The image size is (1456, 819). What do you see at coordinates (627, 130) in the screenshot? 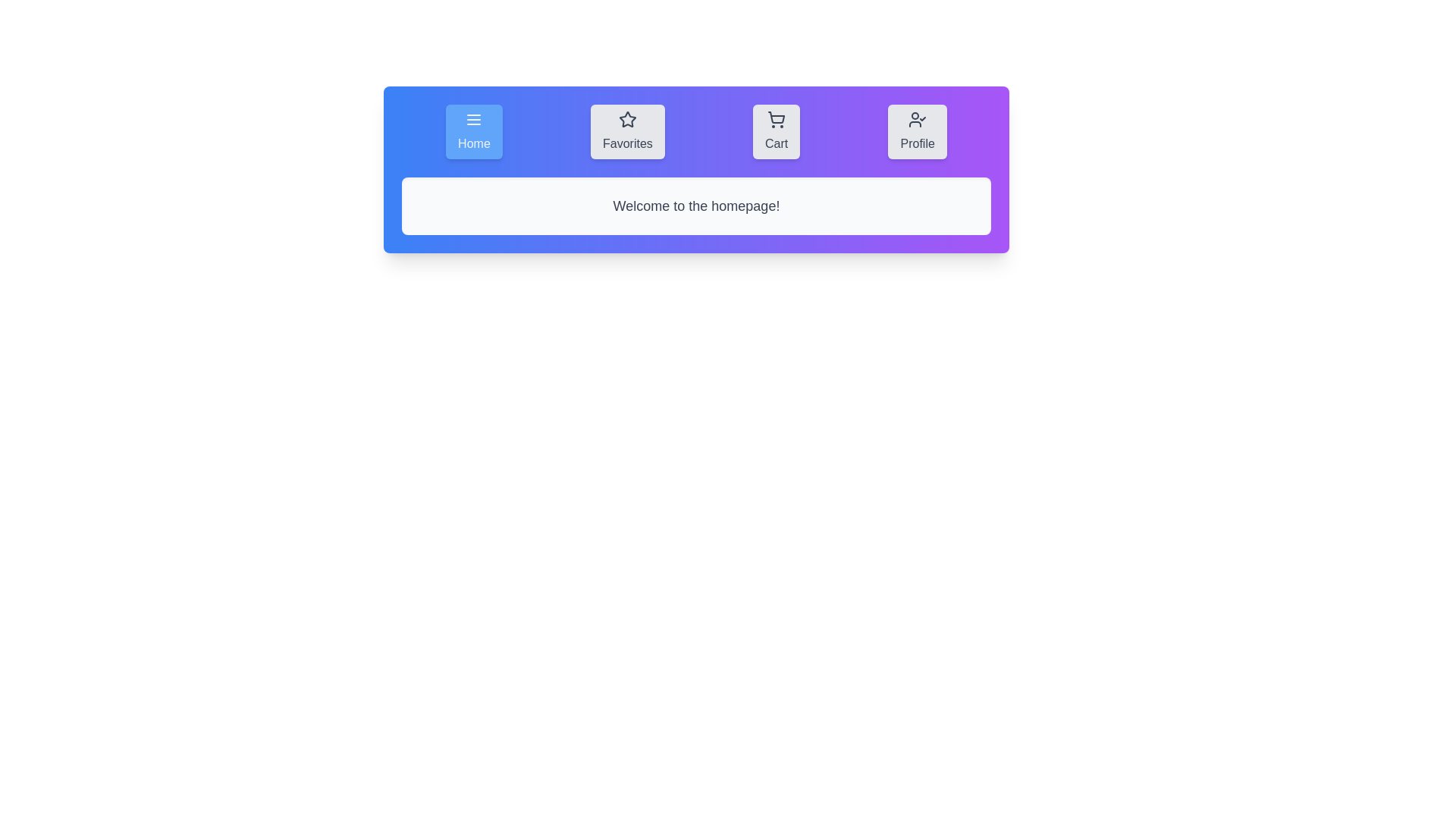
I see `the 'Favorites' navigation button located as the second item in the navigation bar` at bounding box center [627, 130].